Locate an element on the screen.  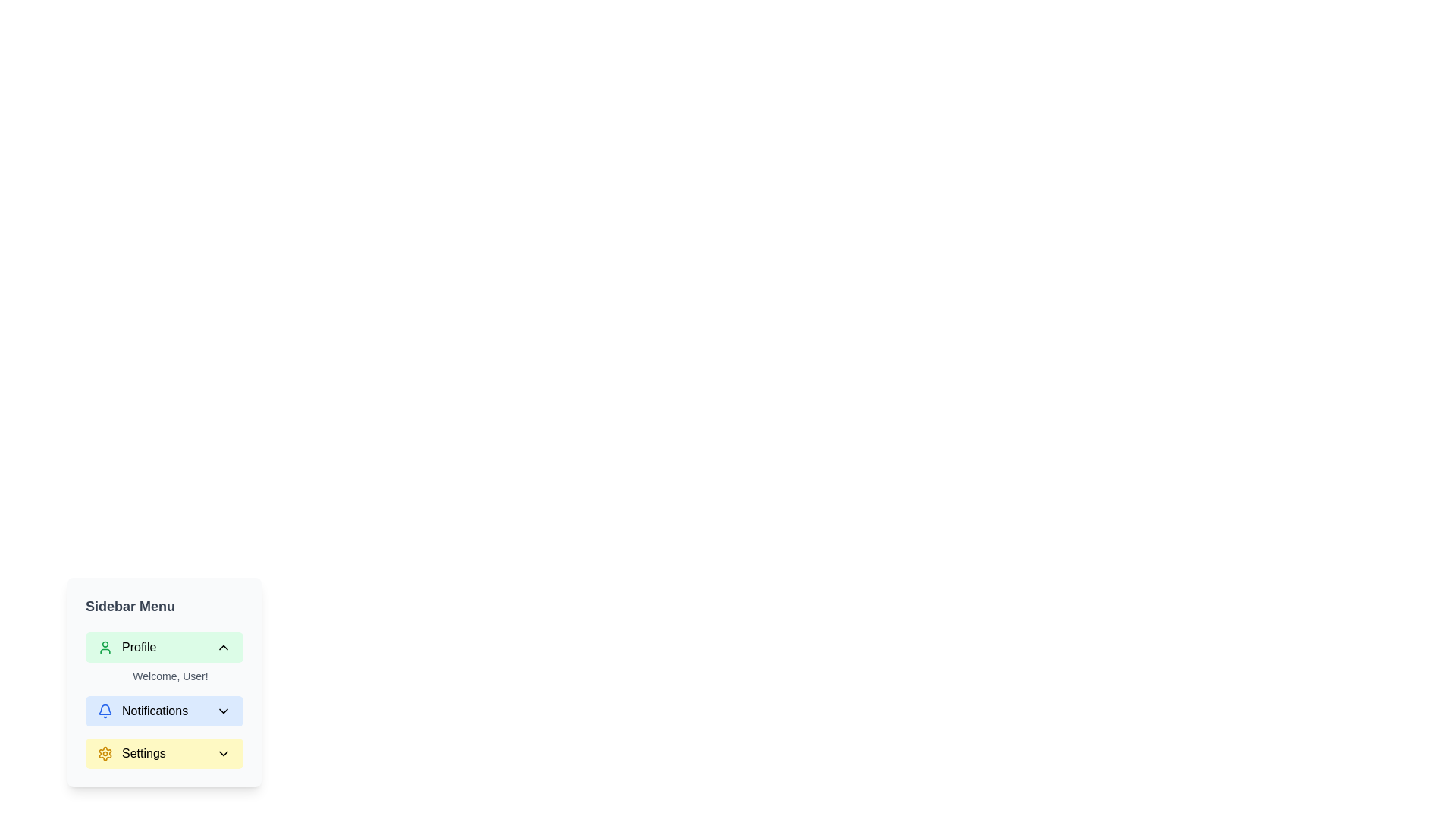
the Dropdown Icon located at the rightmost end of the 'Notifications' menu item is located at coordinates (222, 711).